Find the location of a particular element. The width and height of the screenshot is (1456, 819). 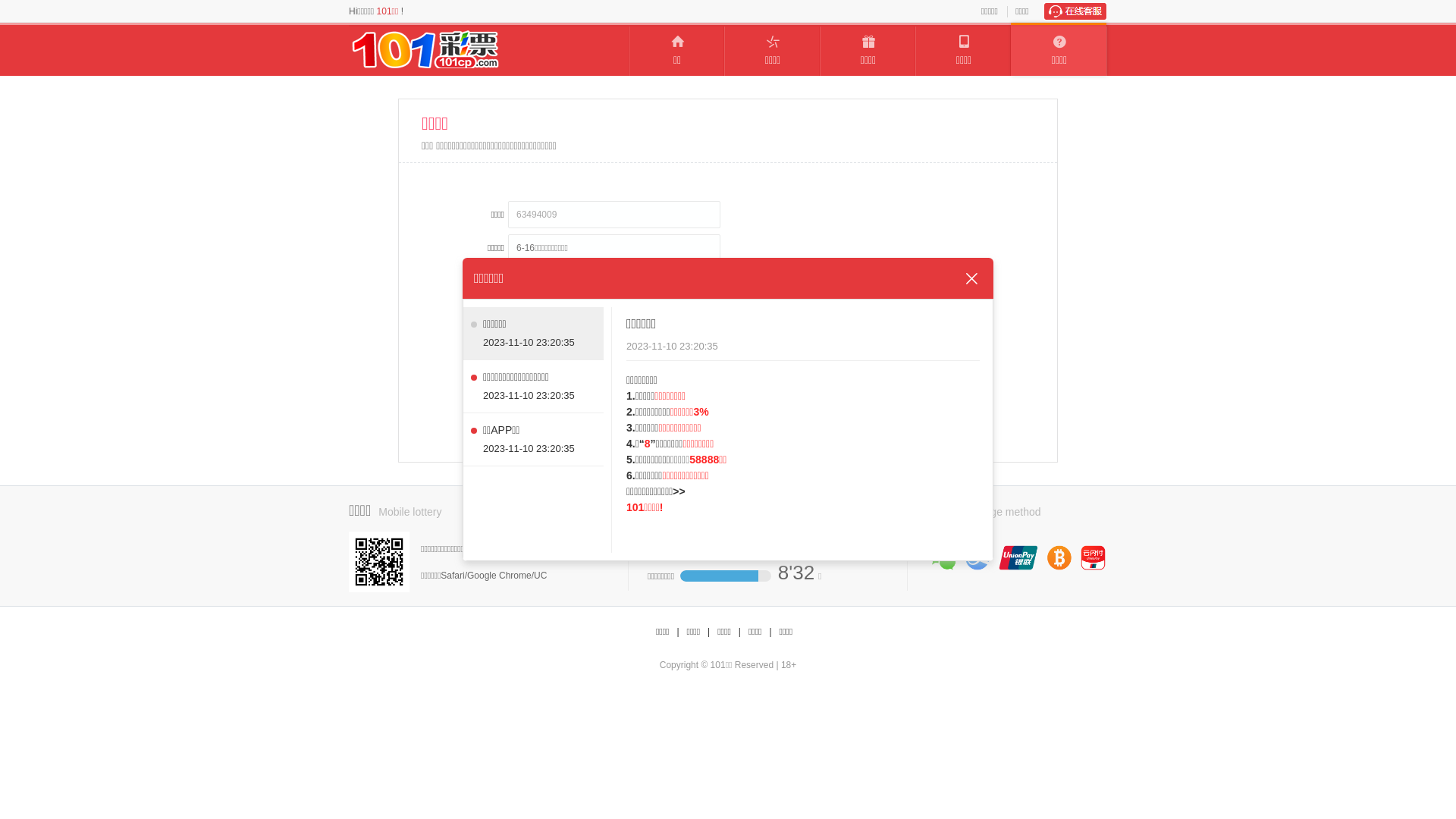

'|' is located at coordinates (706, 632).